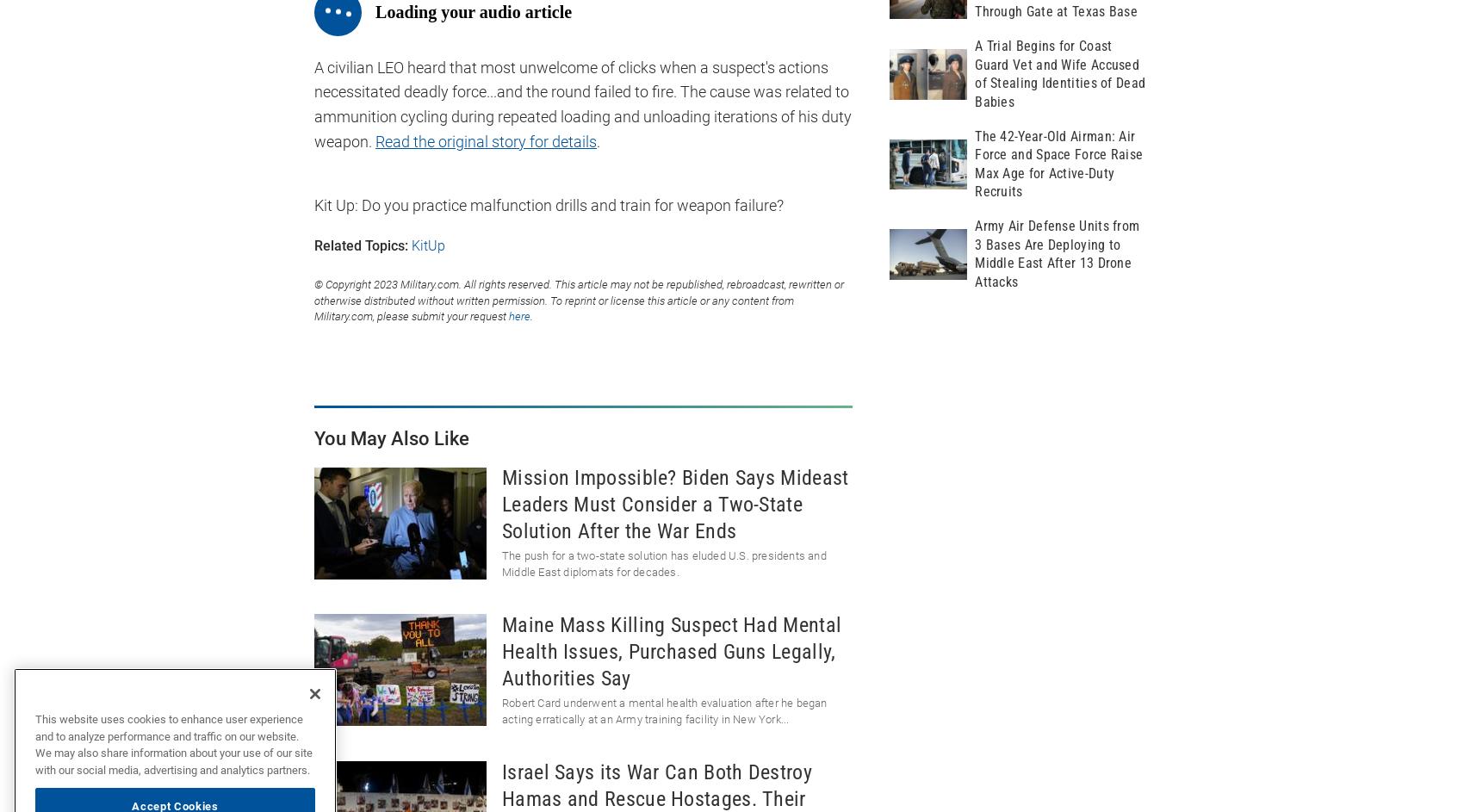 Image resolution: width=1464 pixels, height=812 pixels. I want to click on '© Copyright 2023 Military.com. All rights reserved. This article may not be republished, rebroadcast, rewritten or otherwise distributed without written permission. To reprint or license this article or any content from Military.com, please submit your request', so click(579, 301).